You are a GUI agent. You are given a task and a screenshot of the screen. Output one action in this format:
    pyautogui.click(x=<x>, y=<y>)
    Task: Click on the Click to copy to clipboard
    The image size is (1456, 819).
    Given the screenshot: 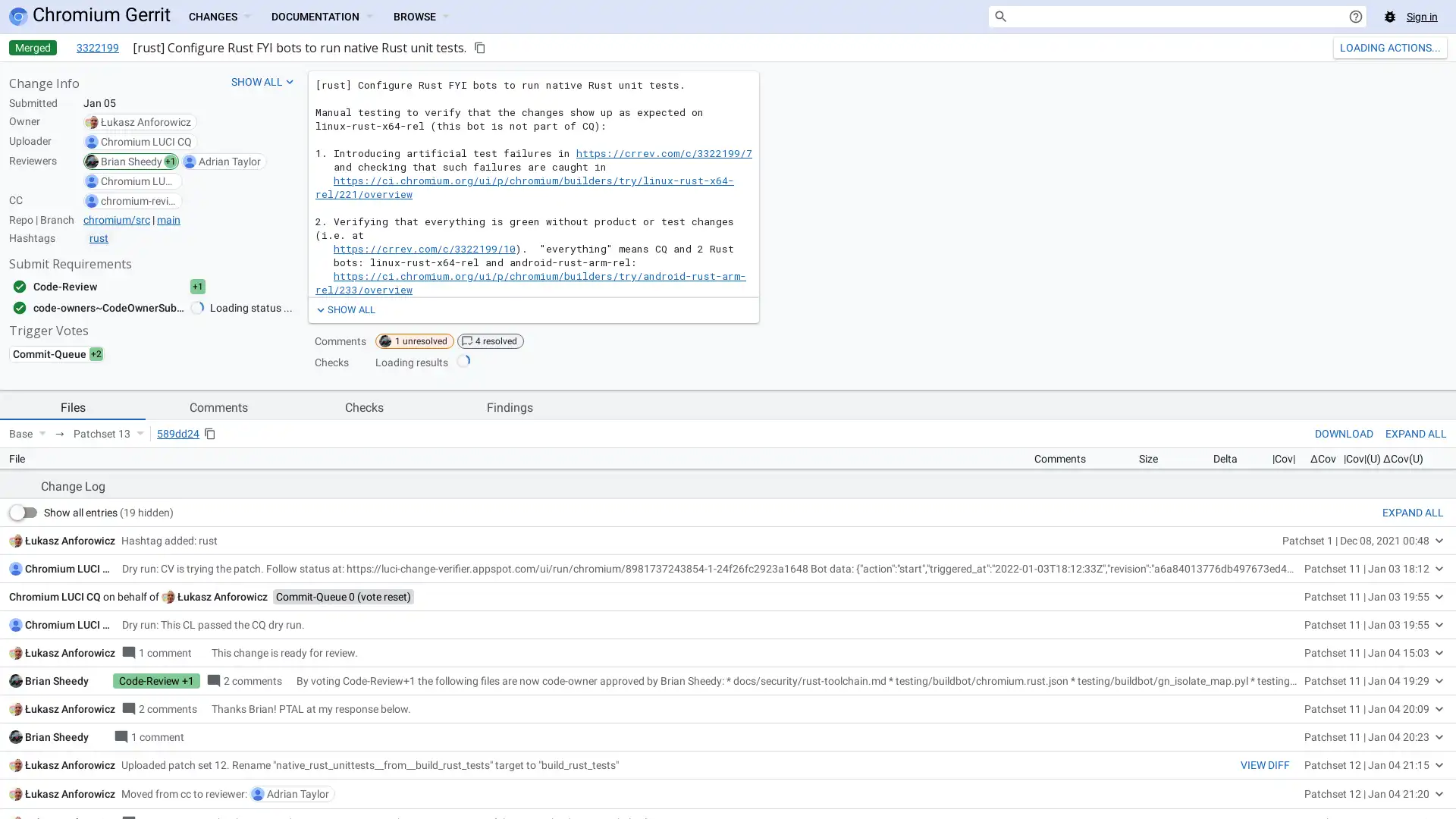 What is the action you would take?
    pyautogui.click(x=209, y=433)
    